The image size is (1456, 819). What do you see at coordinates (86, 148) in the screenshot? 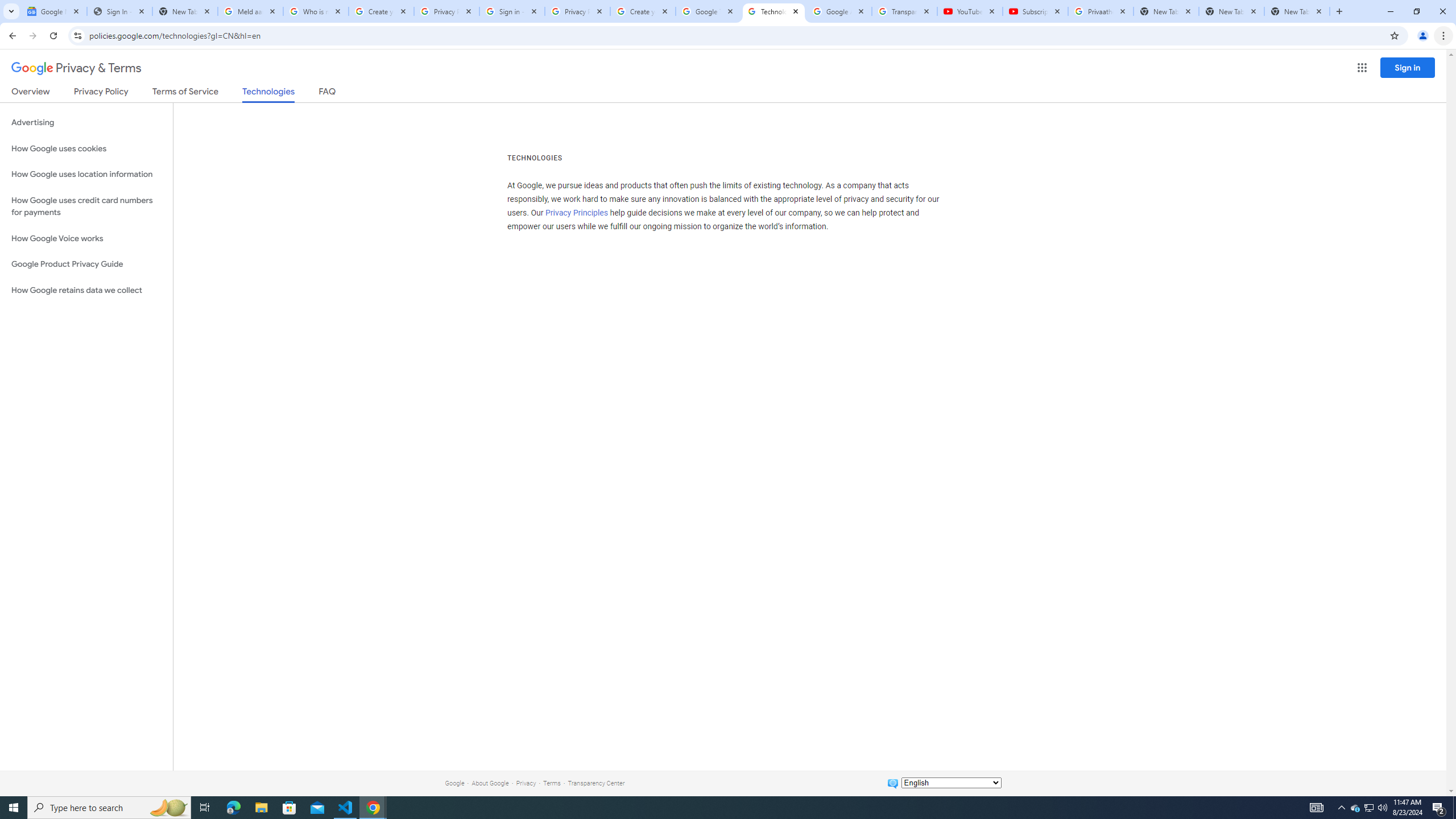
I see `'How Google uses cookies'` at bounding box center [86, 148].